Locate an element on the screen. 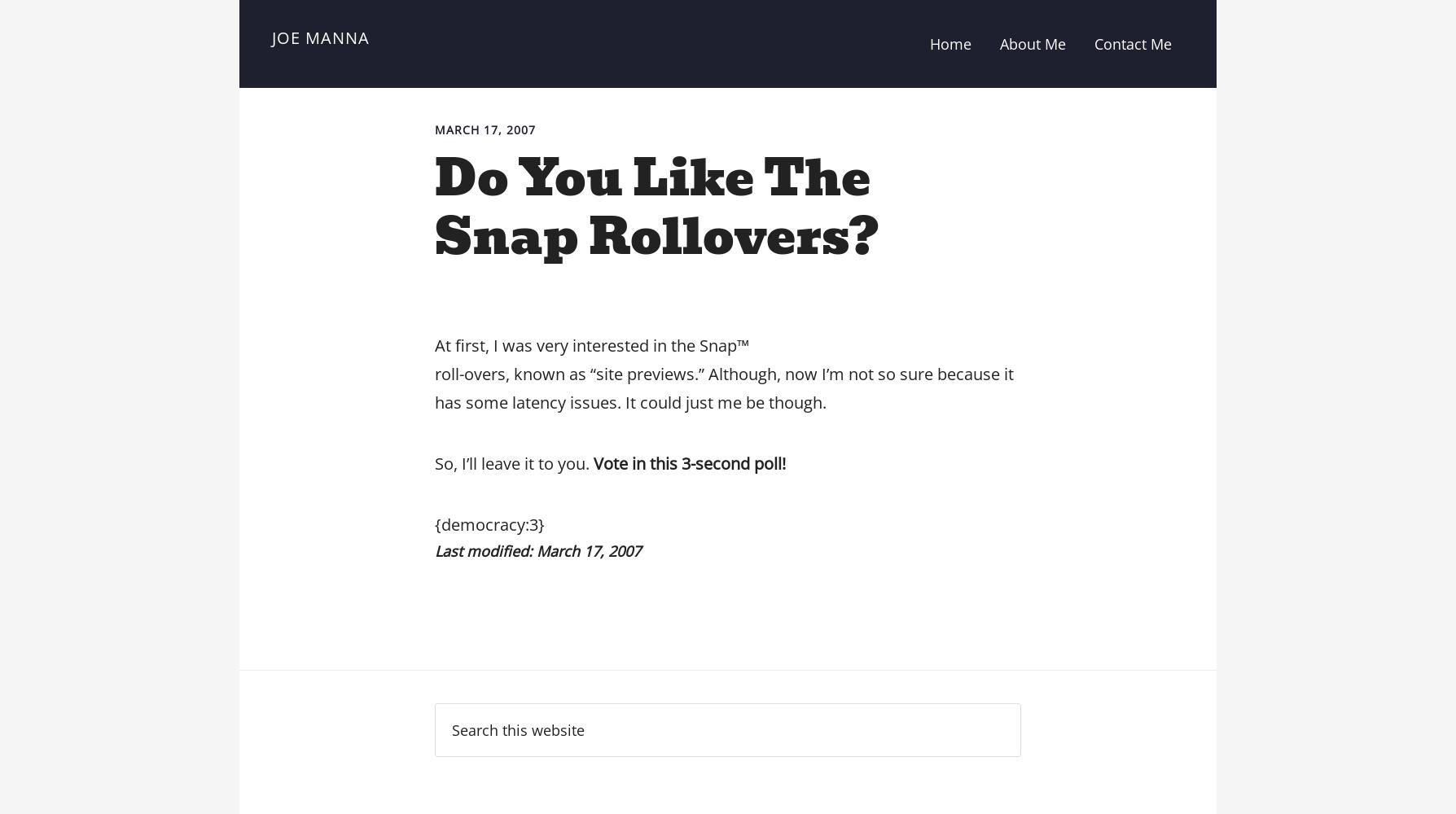  'Contact Me' is located at coordinates (1133, 44).